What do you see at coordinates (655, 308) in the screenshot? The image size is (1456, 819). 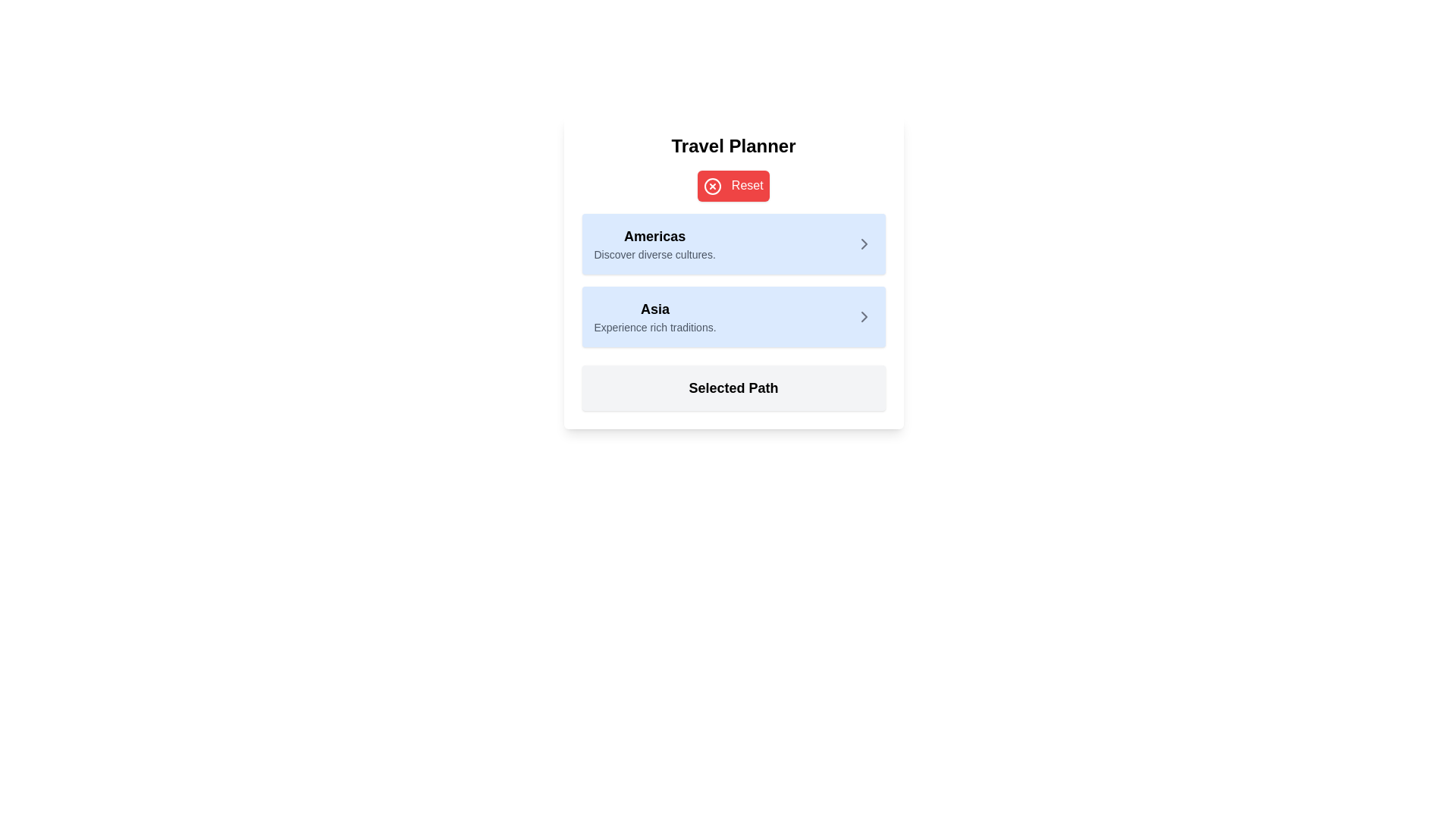 I see `the Text label identifying the region represented by 'Asia', located within the second selectable list item under the 'Travel Planner' section` at bounding box center [655, 308].